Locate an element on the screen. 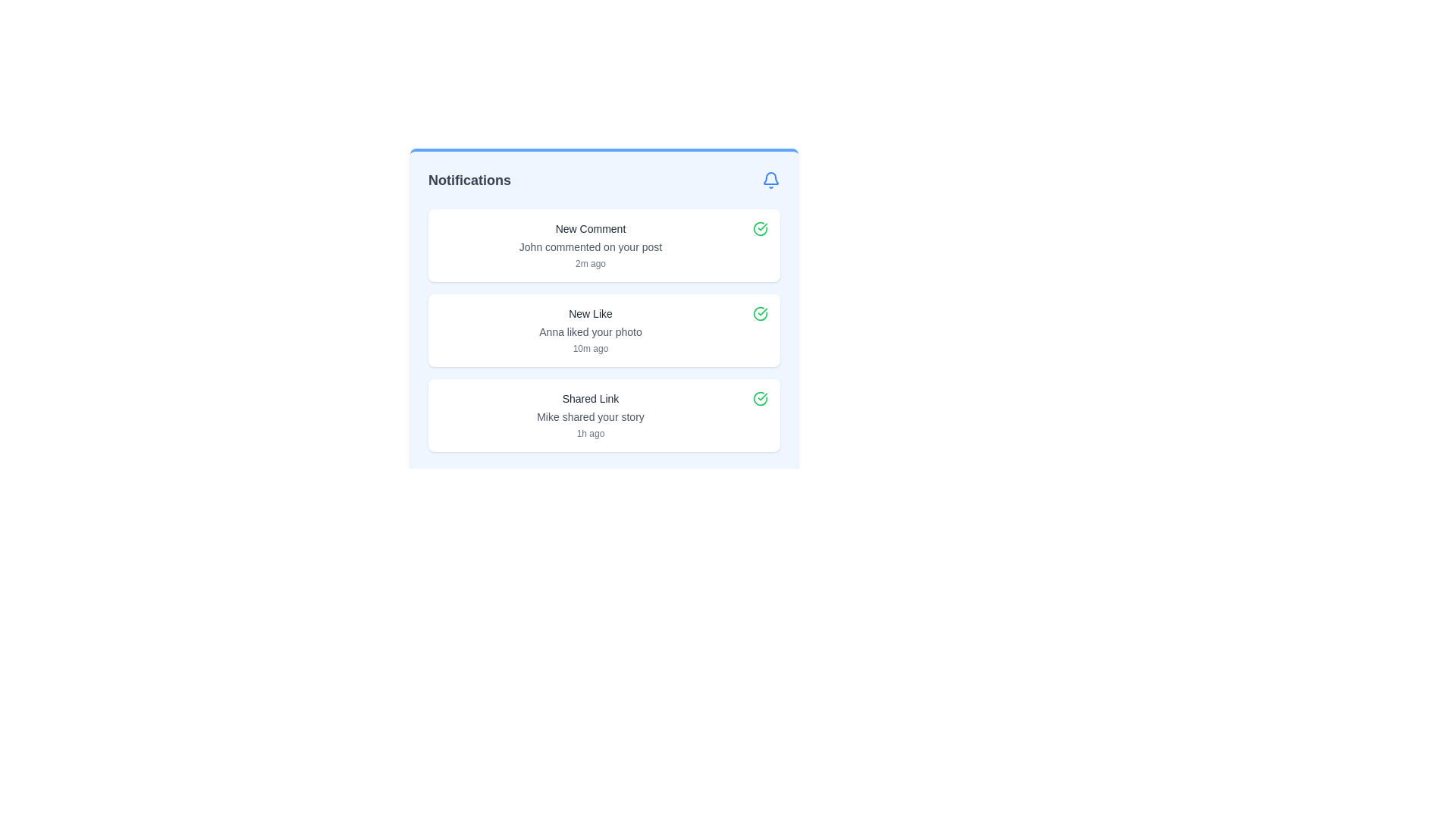  the Text Label that summarizes the action or event related to the notification, positioned above 'Mike shared your story' and '1h ago' in the middle notification block is located at coordinates (589, 397).